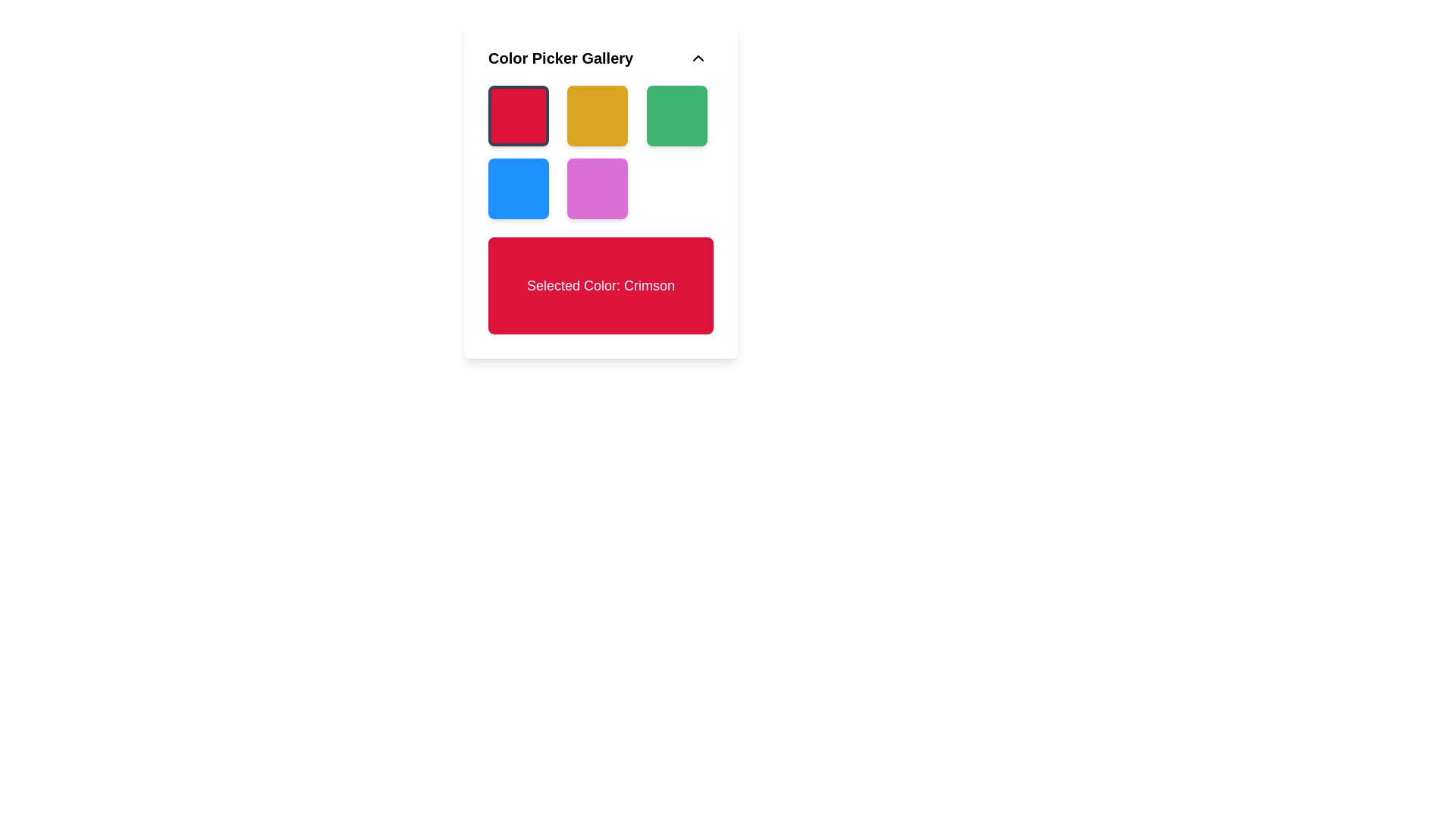  What do you see at coordinates (519, 188) in the screenshot?
I see `the color selection button for DodgerBlue to observe the hover animation, which is located in the second row, first column of the grid layout` at bounding box center [519, 188].